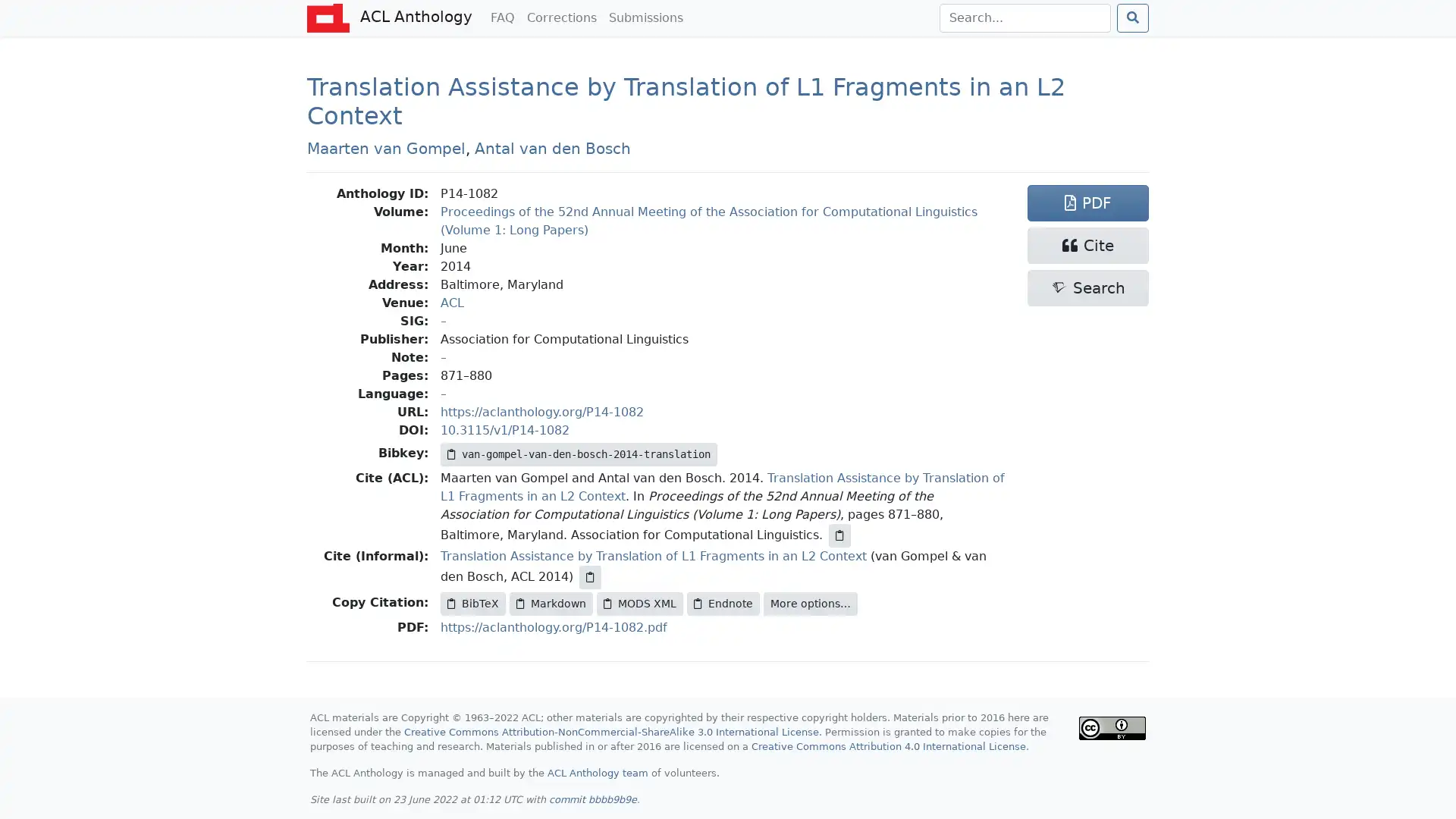  What do you see at coordinates (578, 453) in the screenshot?
I see `van-gompel-van-den-bosch-2014-translation` at bounding box center [578, 453].